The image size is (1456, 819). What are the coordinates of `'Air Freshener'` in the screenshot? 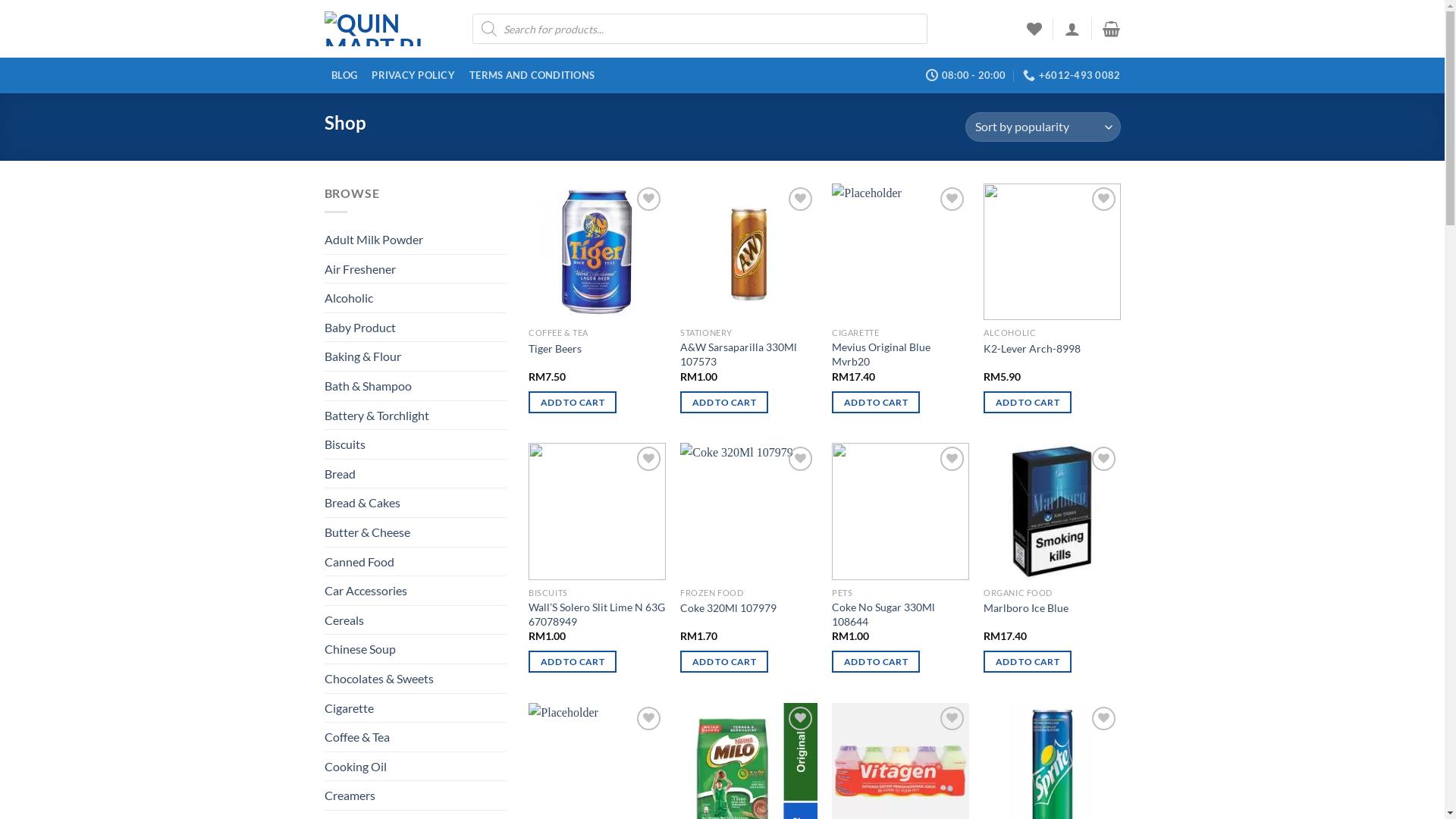 It's located at (323, 268).